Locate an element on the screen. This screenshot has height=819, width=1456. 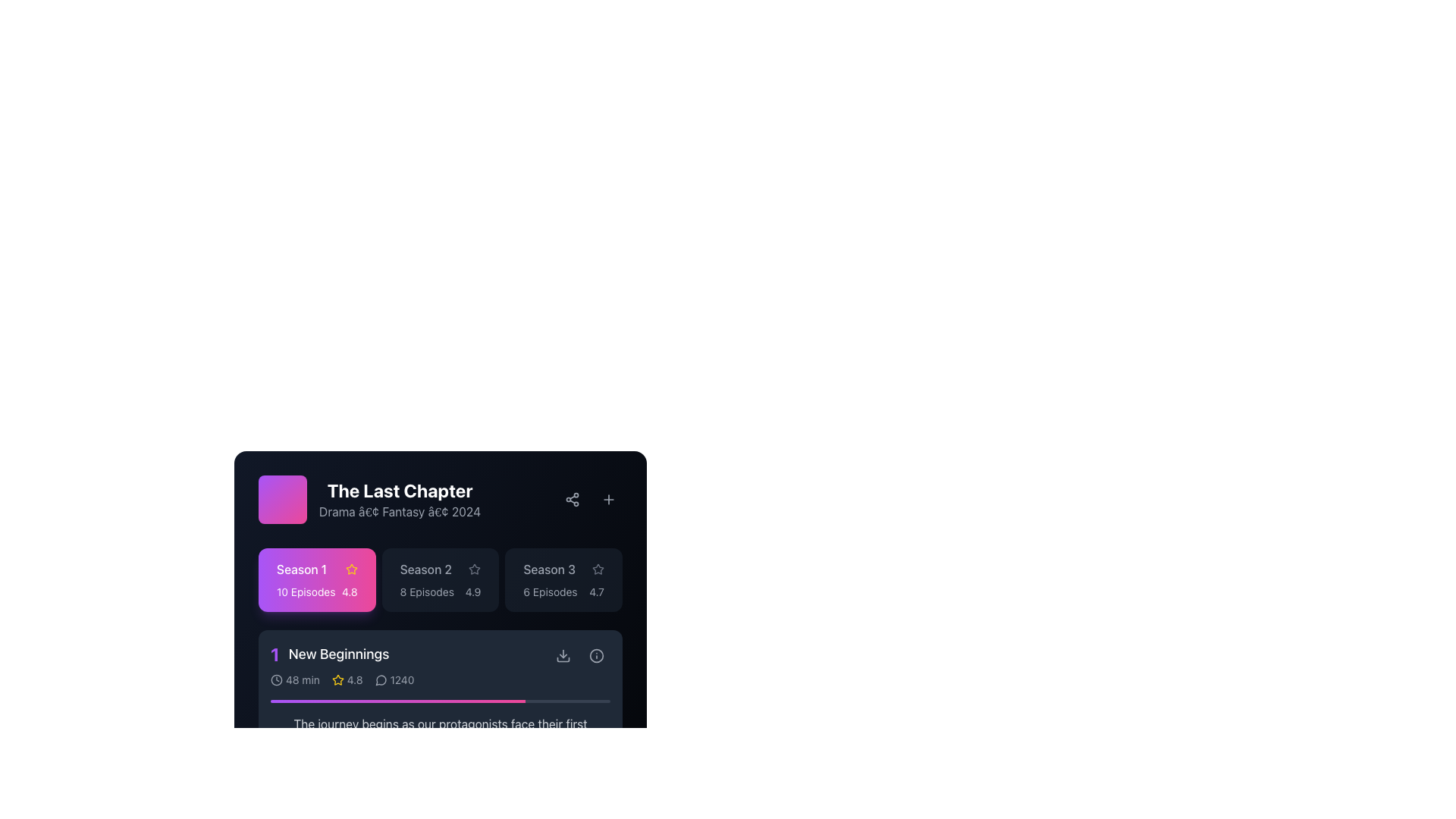
the golden yellow star icon representing the rating for 'Season 1' is located at coordinates (350, 569).